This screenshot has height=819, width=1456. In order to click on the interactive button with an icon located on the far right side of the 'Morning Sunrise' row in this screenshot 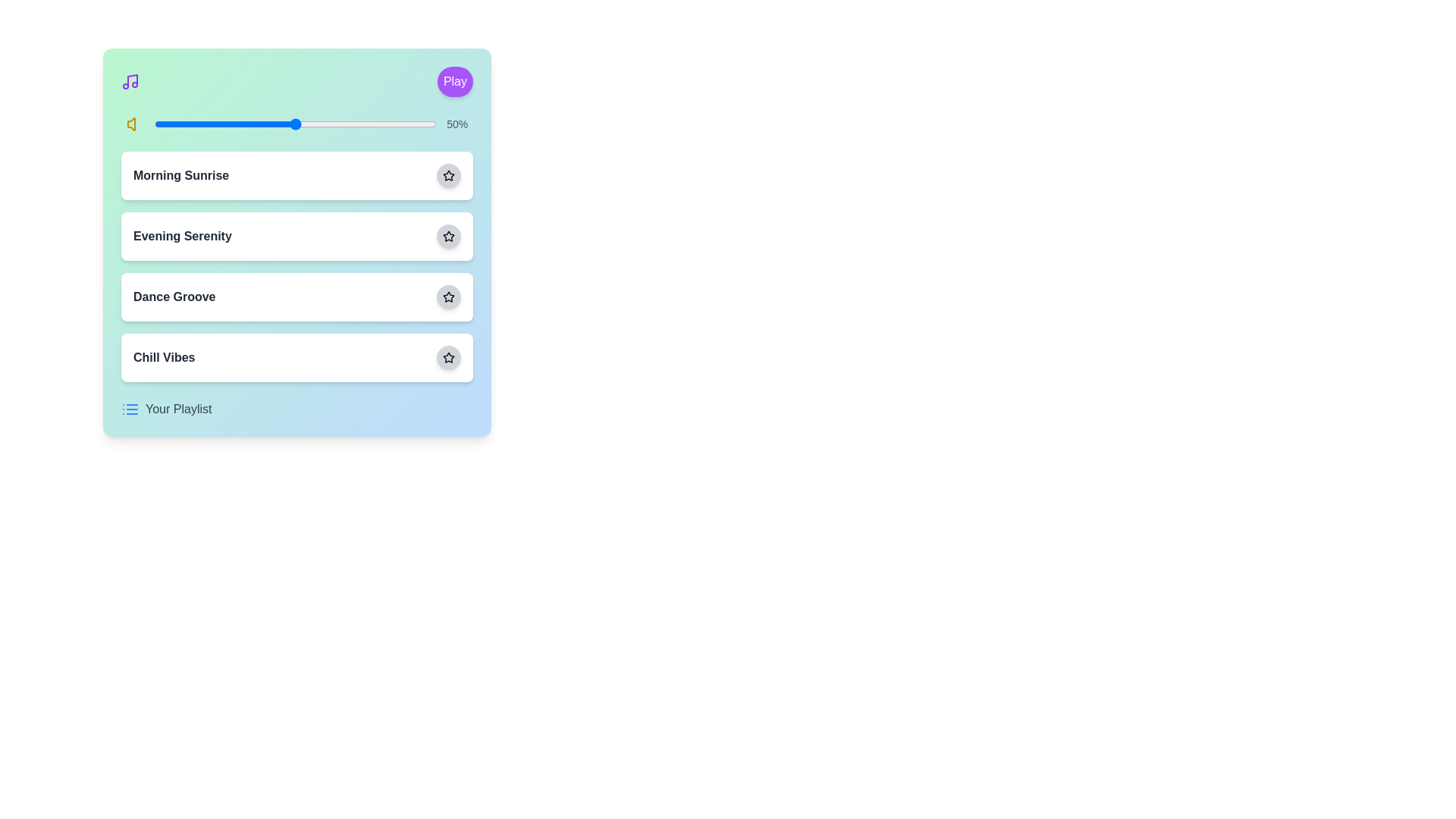, I will do `click(447, 174)`.